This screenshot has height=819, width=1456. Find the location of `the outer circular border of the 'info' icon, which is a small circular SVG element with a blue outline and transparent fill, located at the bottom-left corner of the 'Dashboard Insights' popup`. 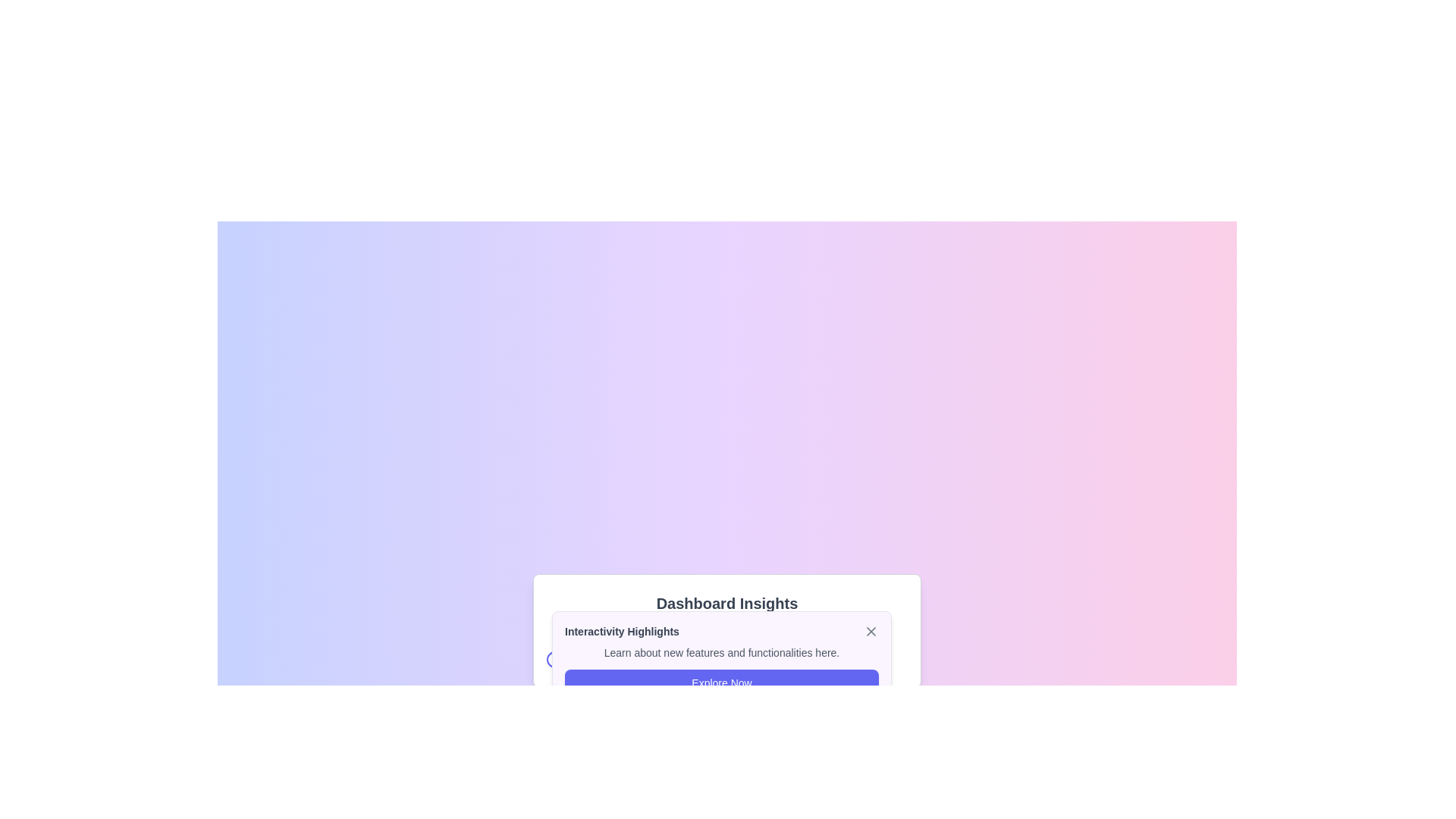

the outer circular border of the 'info' icon, which is a small circular SVG element with a blue outline and transparent fill, located at the bottom-left corner of the 'Dashboard Insights' popup is located at coordinates (554, 659).